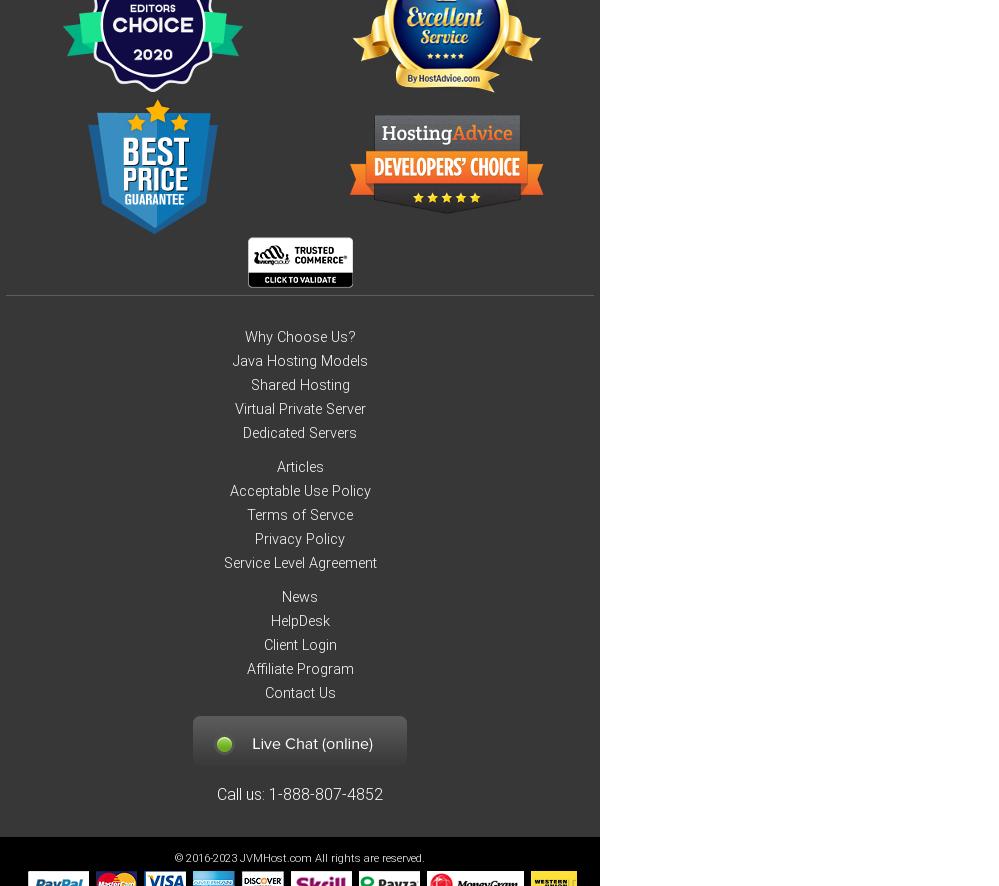 This screenshot has height=886, width=999. What do you see at coordinates (298, 385) in the screenshot?
I see `'Shared Hosting'` at bounding box center [298, 385].